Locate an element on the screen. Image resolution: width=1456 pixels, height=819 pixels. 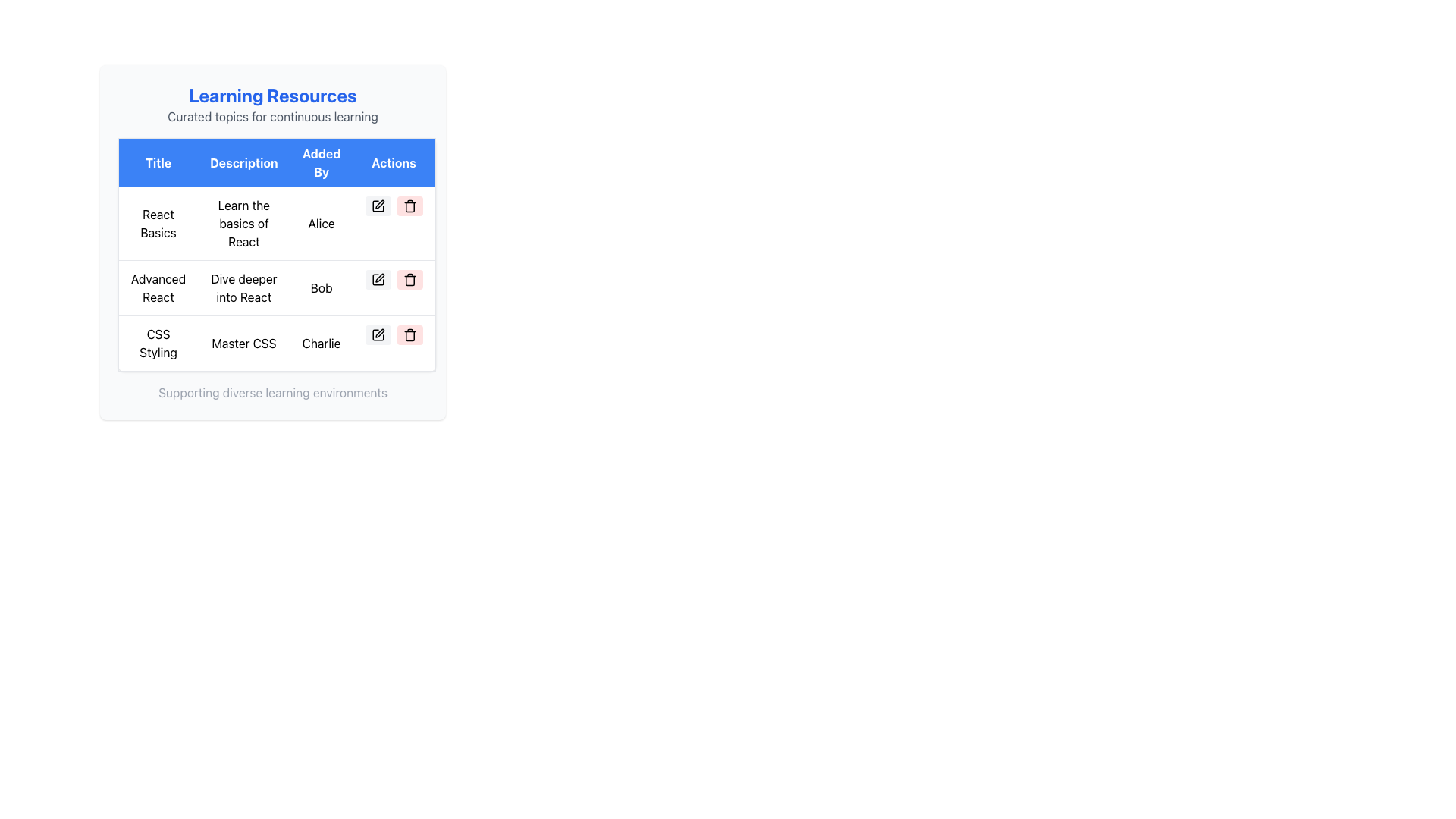
the Text Label with a blue background and white text that reads 'Title', located in the top-left corner of a four-column header row within a table-like structure is located at coordinates (158, 162).